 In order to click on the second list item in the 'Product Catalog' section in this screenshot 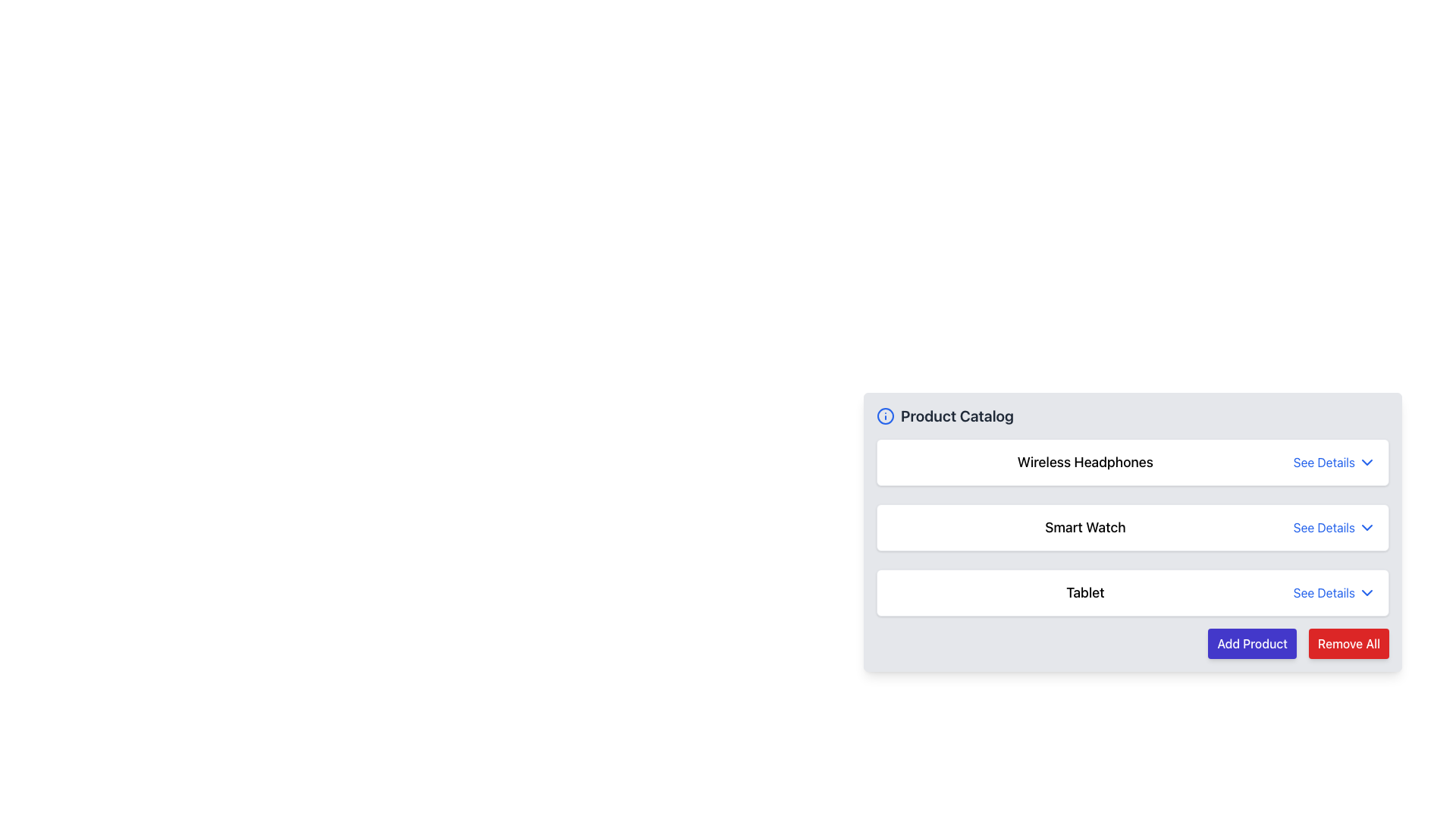, I will do `click(1132, 526)`.